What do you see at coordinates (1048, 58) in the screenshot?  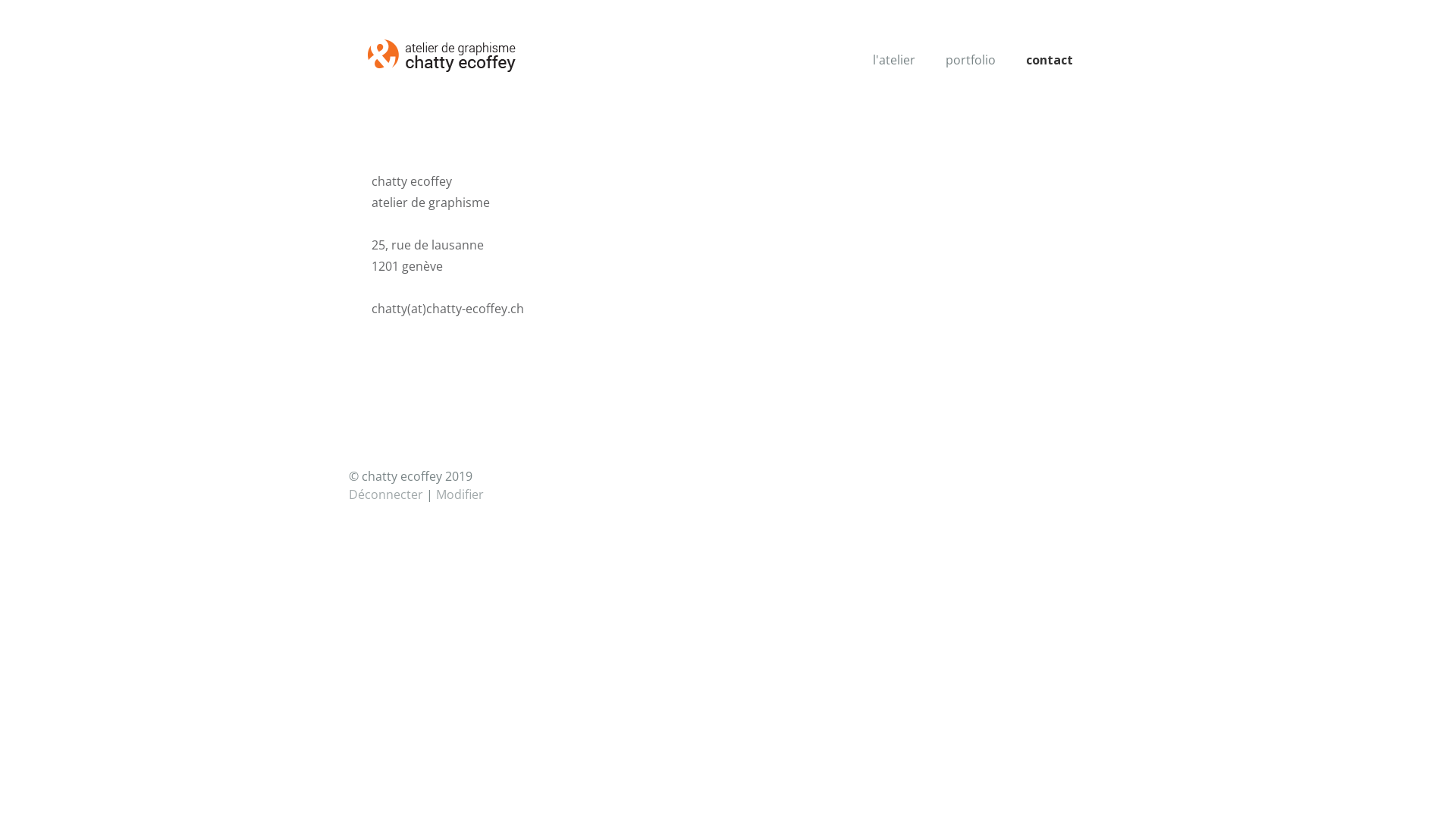 I see `'contact'` at bounding box center [1048, 58].